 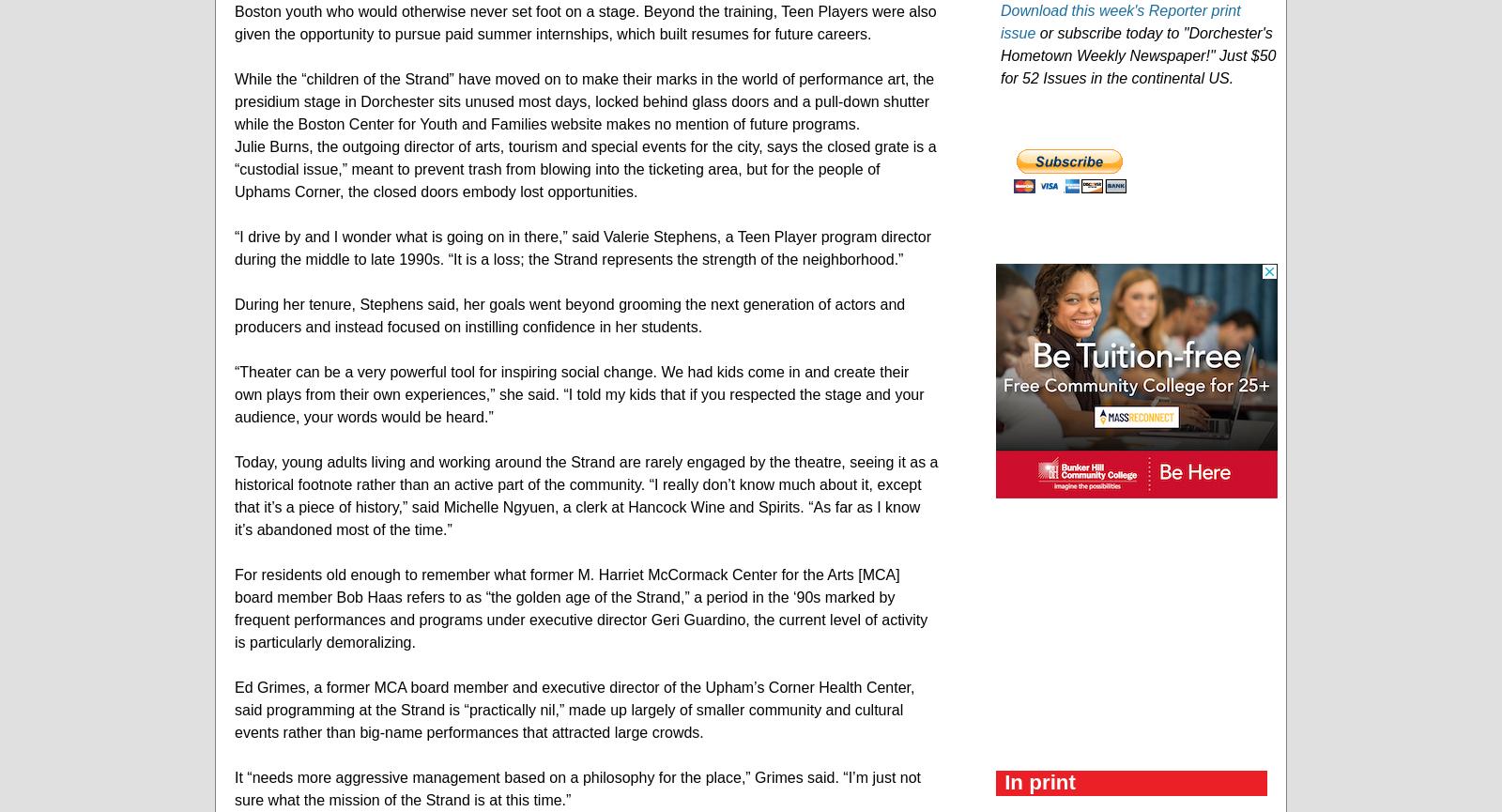 I want to click on '“Theater can be a very powerful tool for inspiring social change. We had kids come in and create their own plays from their own experiences,” she  said. “I told my kids that if you respected the stage and your audience, your words would be heard.”', so click(x=578, y=393).